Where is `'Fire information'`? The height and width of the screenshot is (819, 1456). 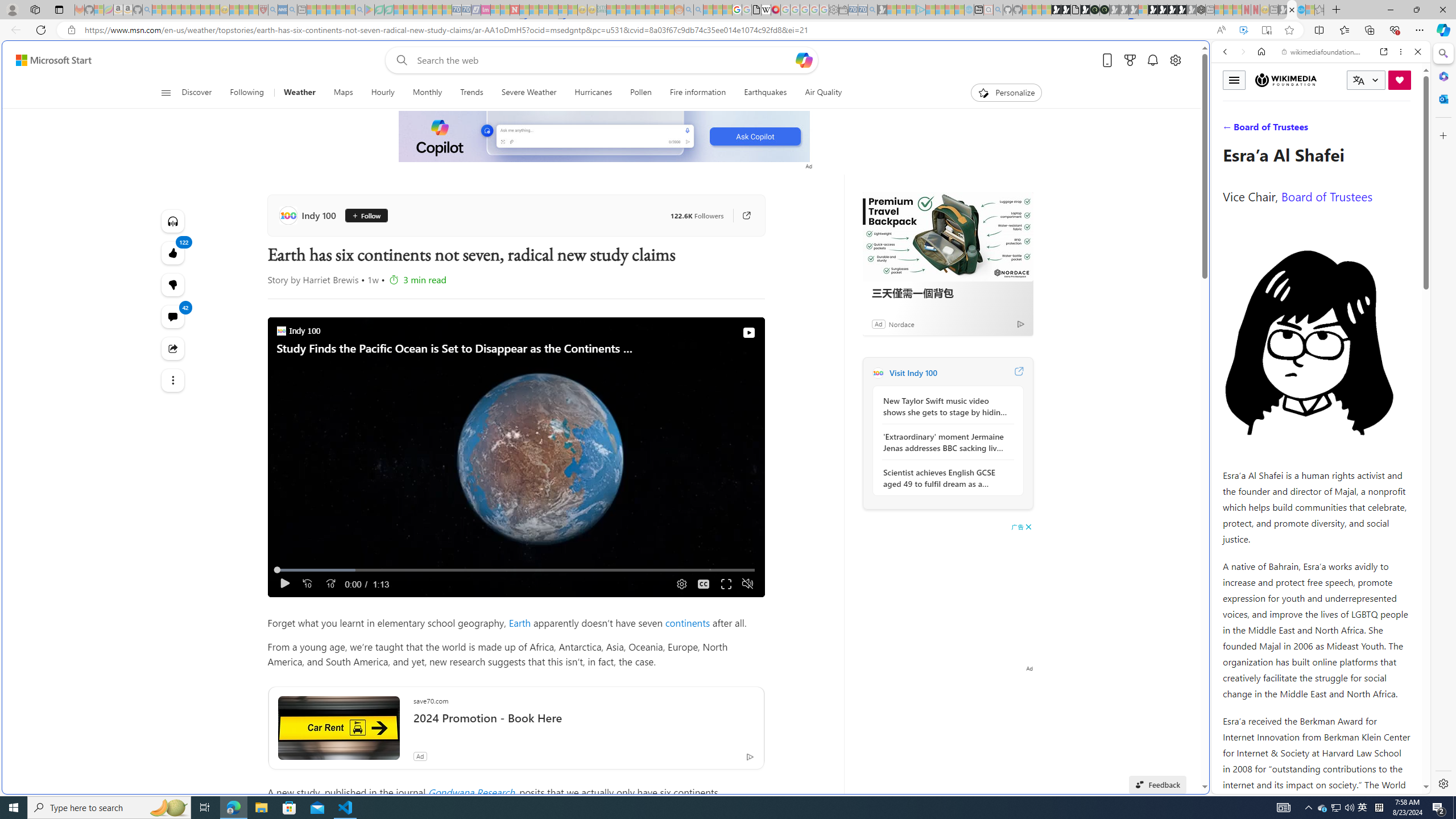
'Fire information' is located at coordinates (698, 92).